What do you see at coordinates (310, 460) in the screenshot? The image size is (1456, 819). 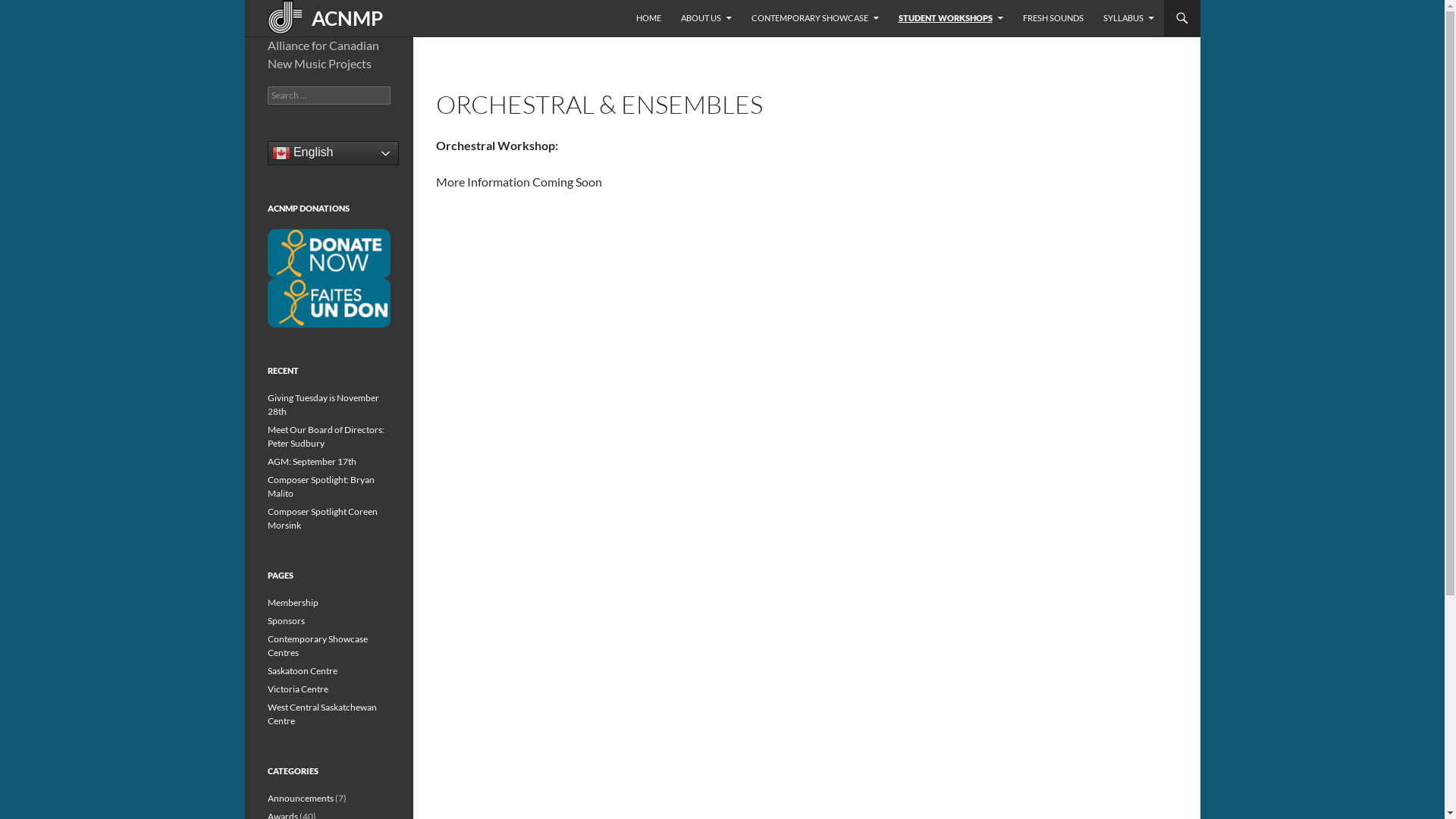 I see `'AGM: September 17th'` at bounding box center [310, 460].